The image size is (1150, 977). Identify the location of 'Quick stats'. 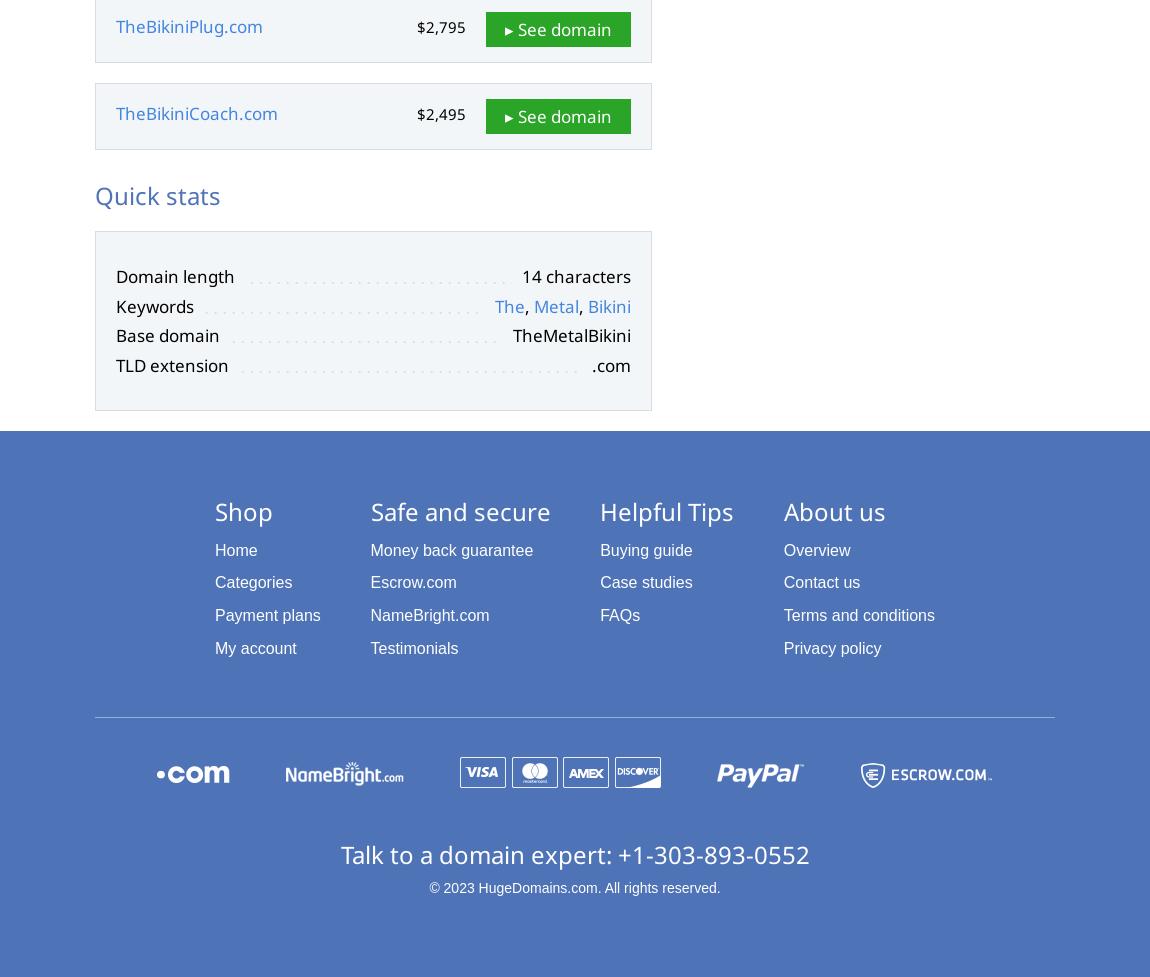
(157, 194).